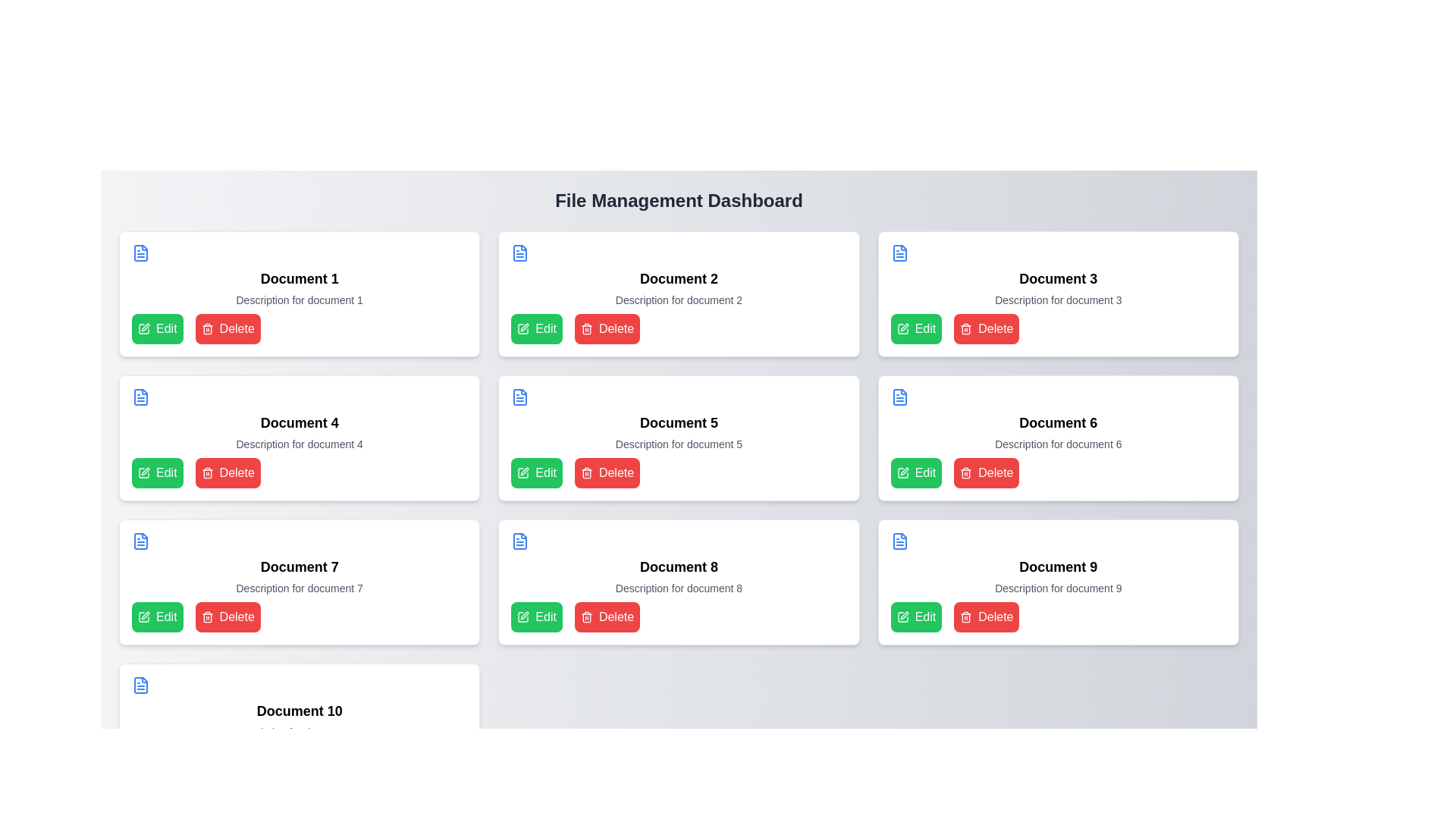 Image resolution: width=1456 pixels, height=819 pixels. I want to click on the static text label displaying 'Description for document 2', which is styled in a smaller gray font and located below the title 'Document 2' and above the 'Edit' and 'Delete' buttons, so click(678, 300).